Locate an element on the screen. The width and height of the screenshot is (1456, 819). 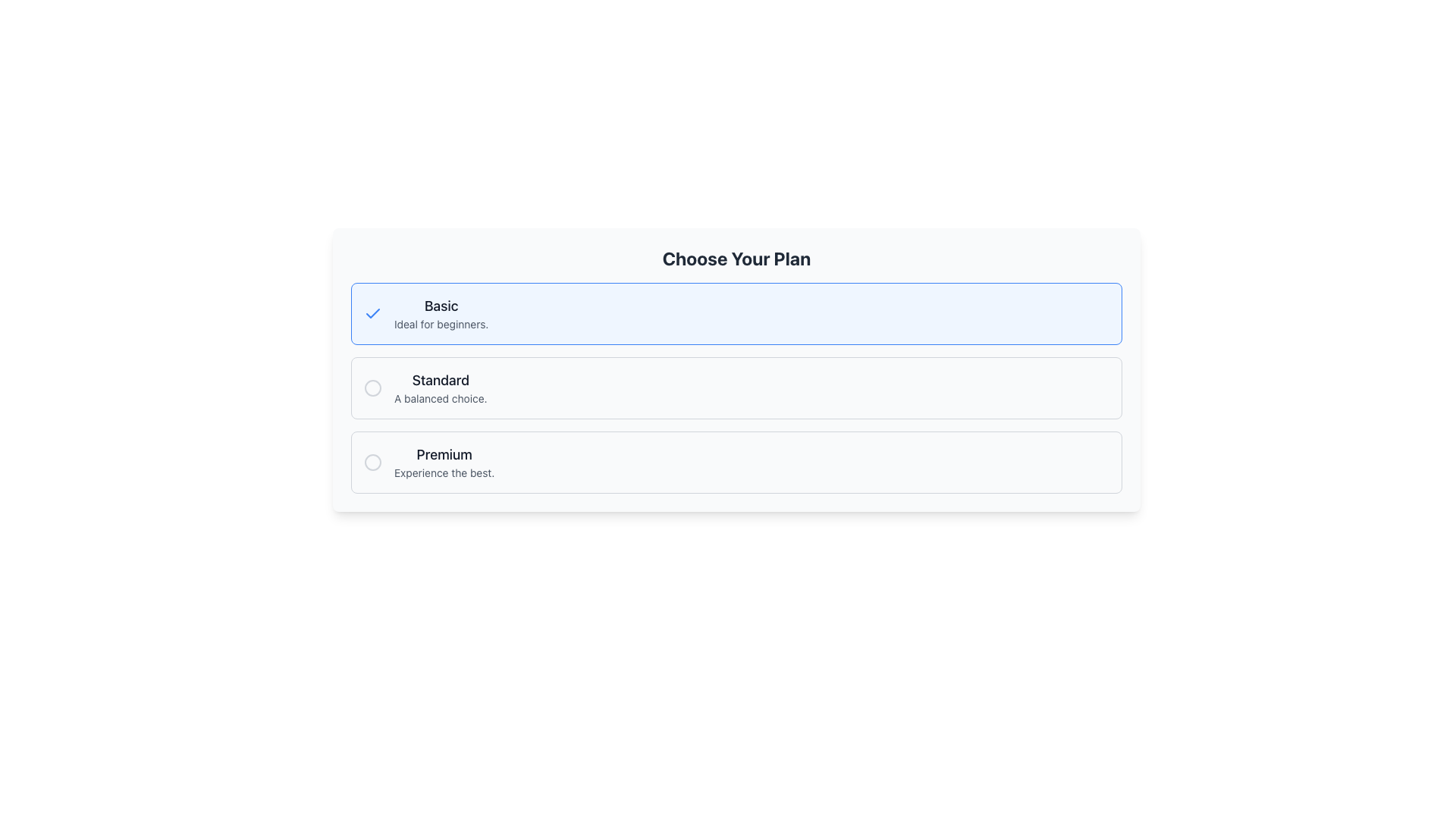
the icon indicating the selection of the 'Basic' plan option, which is positioned to the left of the 'Basic' plan title, to verify its selection status is located at coordinates (372, 312).